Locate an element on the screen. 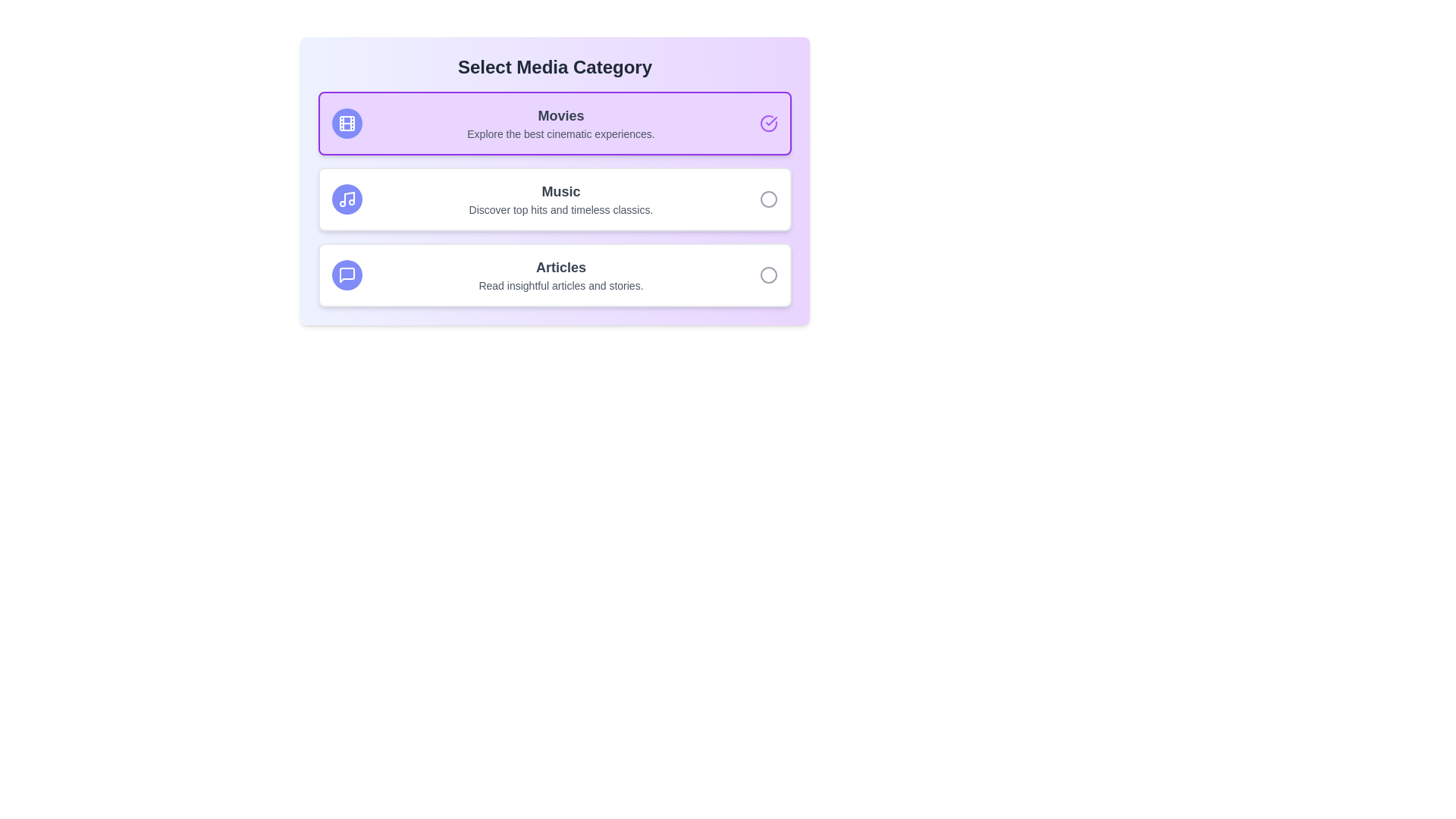 The image size is (1456, 819). the round button with a film icon located to the left of the text 'Movies' is located at coordinates (346, 122).